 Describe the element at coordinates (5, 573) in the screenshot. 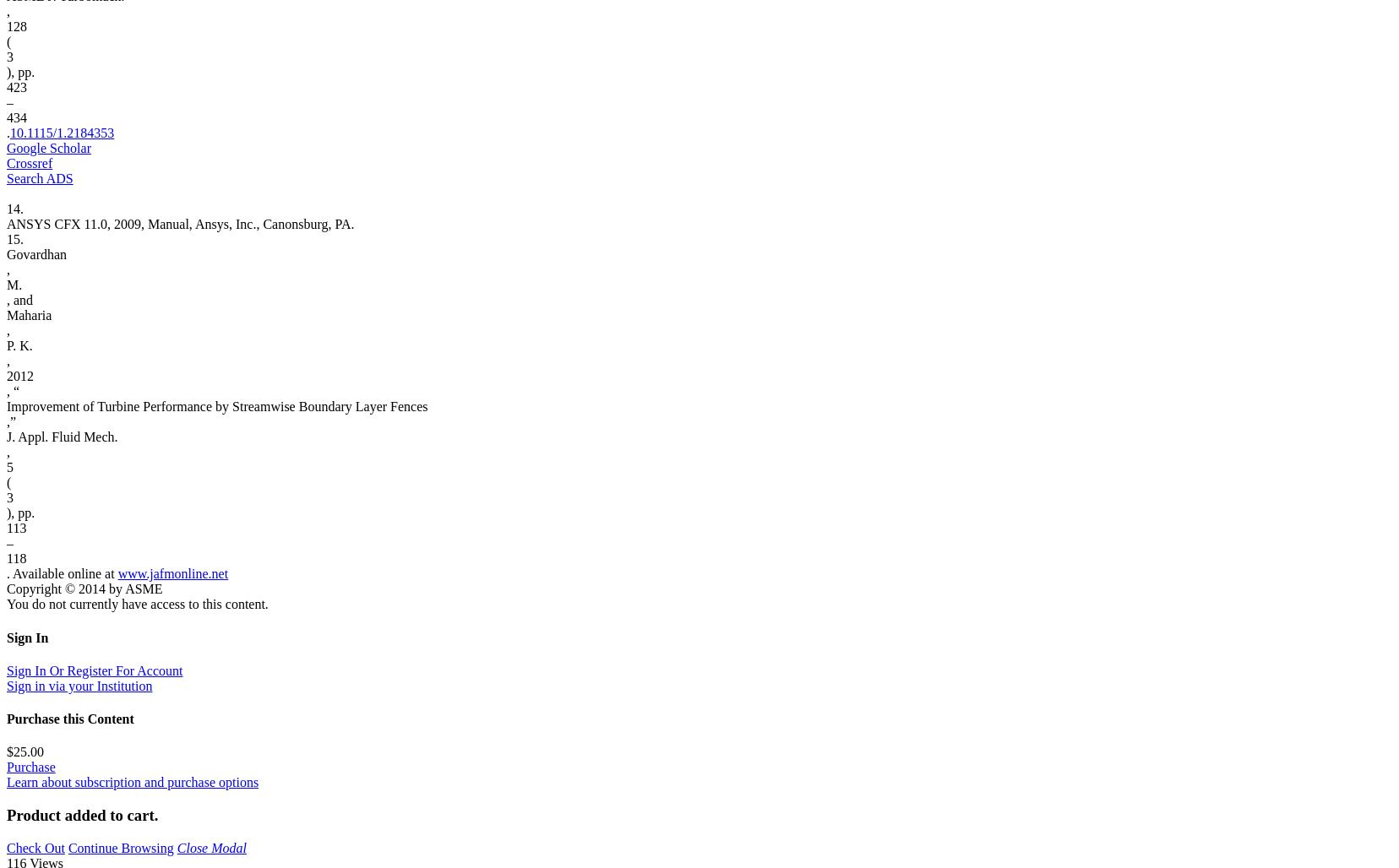

I see `'. Available online at'` at that location.